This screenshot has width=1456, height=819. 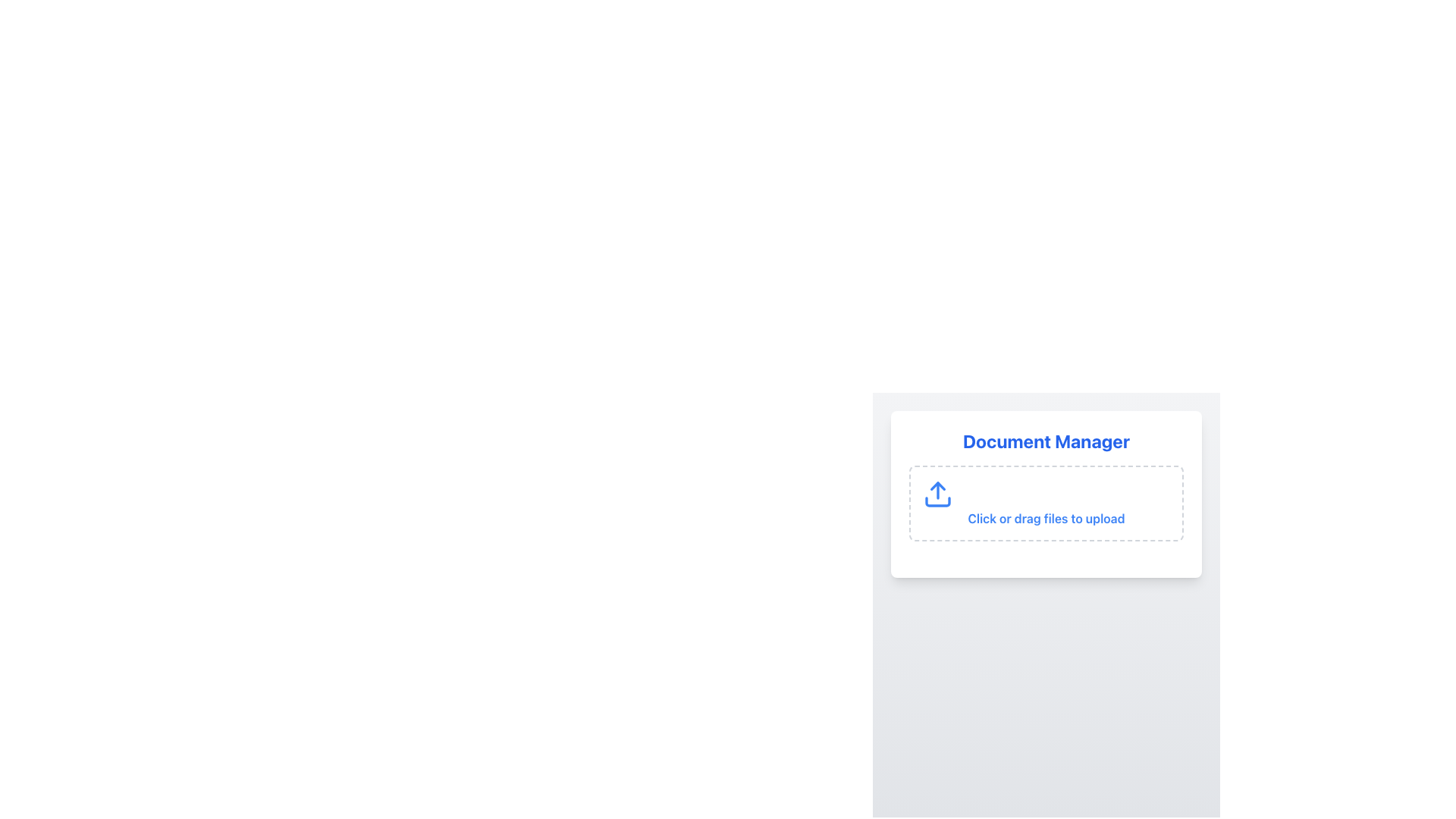 I want to click on the static text label displaying 'Click or drag files to upload' in blue, located underneath the upload icon in the Document Manager section, so click(x=1046, y=517).